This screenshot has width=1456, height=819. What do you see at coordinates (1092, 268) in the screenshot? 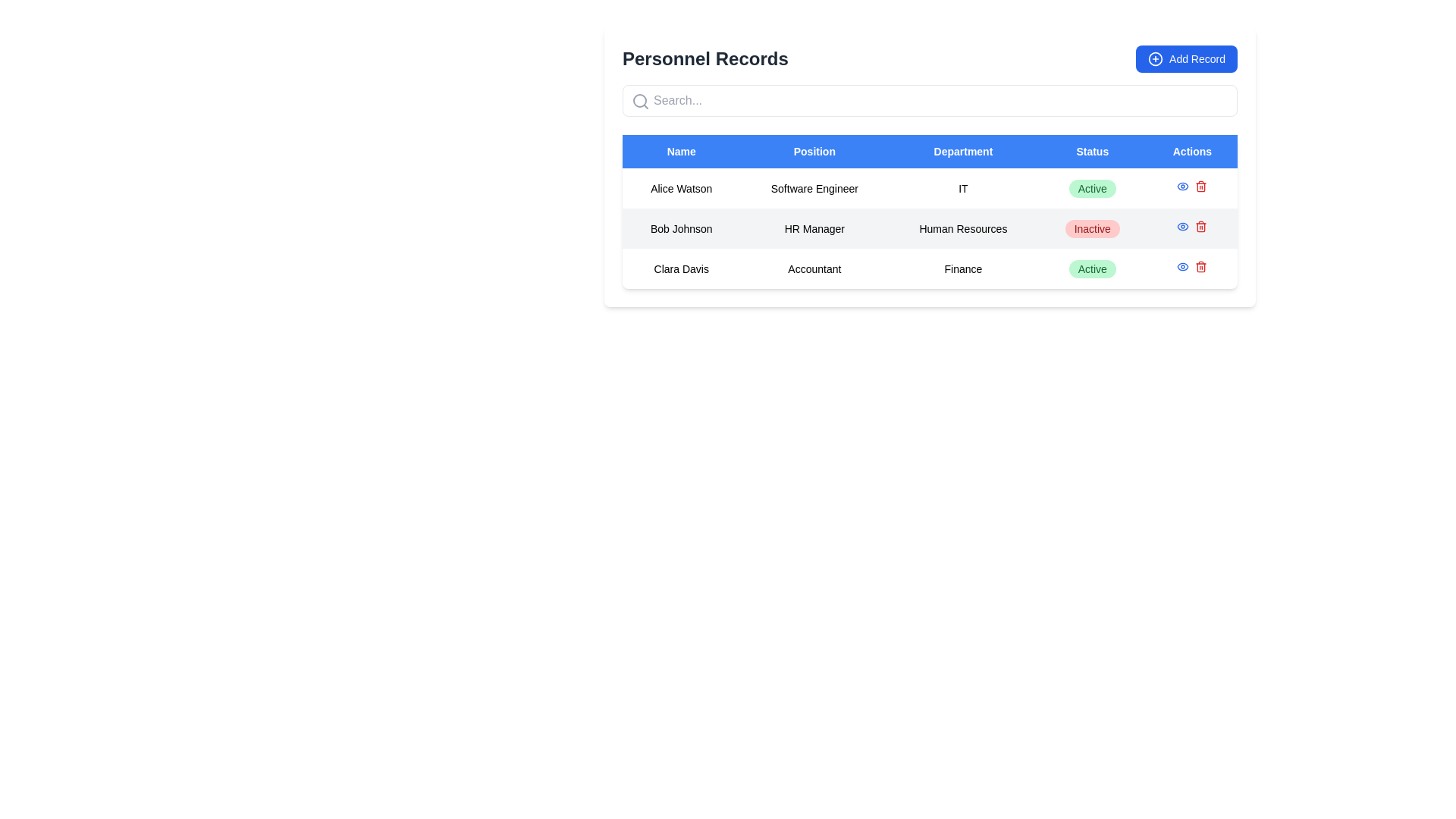
I see `the 'Status' label indicating that 'Clara Davis' is currently active, located in the last row of the 'Personnel Records' table` at bounding box center [1092, 268].